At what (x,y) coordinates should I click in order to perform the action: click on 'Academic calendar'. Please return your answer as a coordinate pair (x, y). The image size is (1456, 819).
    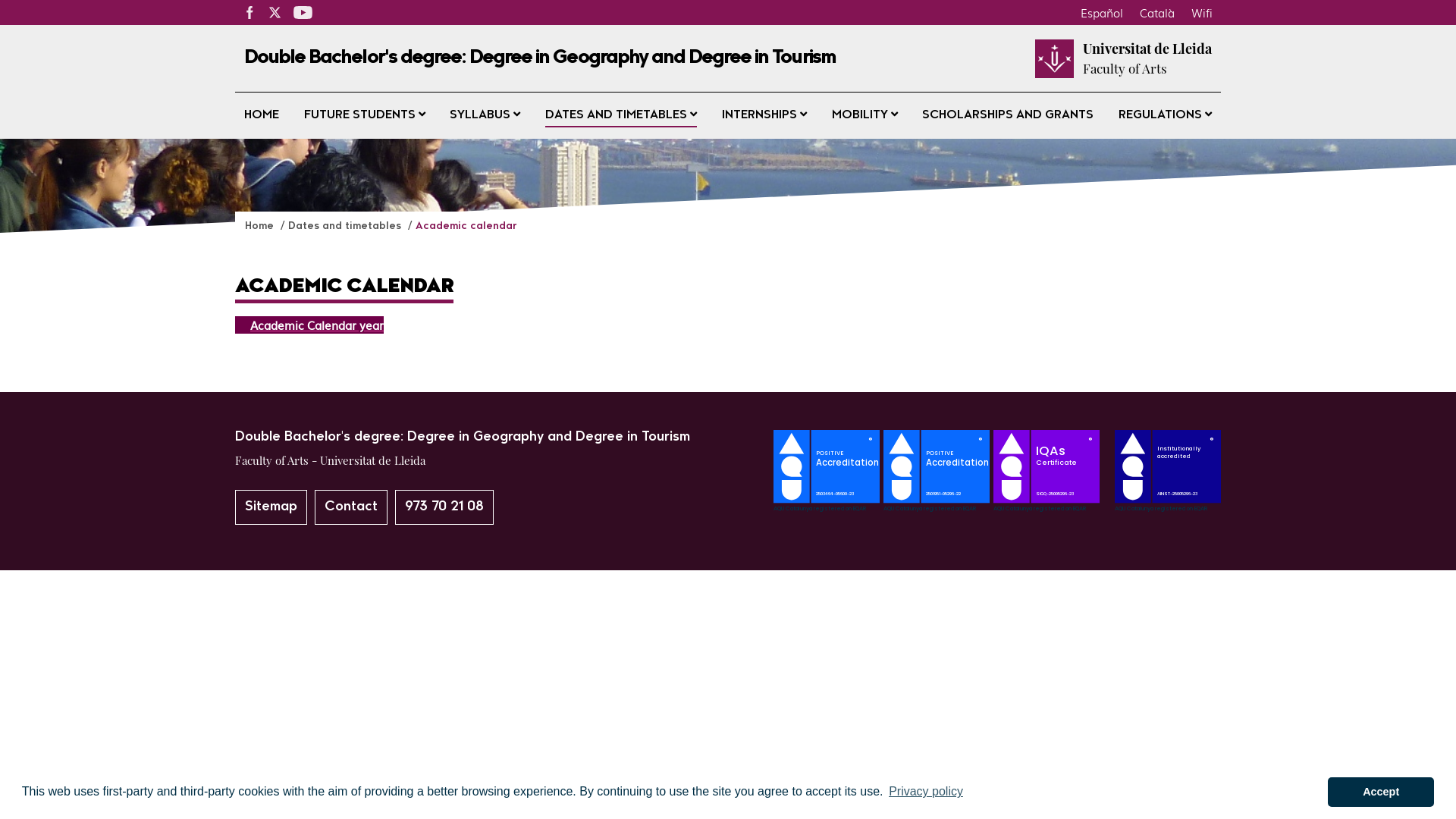
    Looking at the image, I should click on (465, 226).